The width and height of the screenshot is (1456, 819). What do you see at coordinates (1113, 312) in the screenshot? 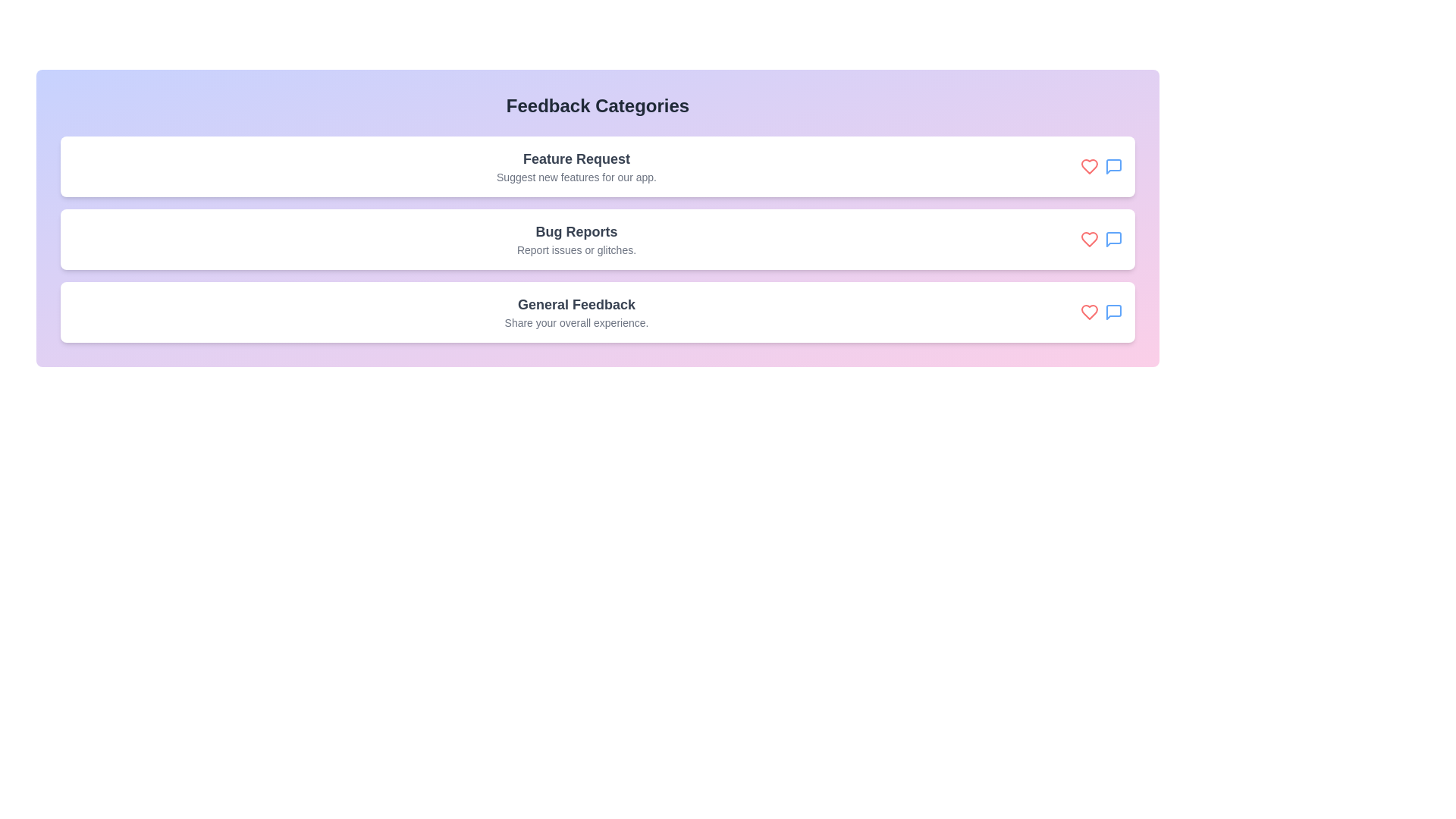
I see `the comment icon for the feedback category General Feedback` at bounding box center [1113, 312].